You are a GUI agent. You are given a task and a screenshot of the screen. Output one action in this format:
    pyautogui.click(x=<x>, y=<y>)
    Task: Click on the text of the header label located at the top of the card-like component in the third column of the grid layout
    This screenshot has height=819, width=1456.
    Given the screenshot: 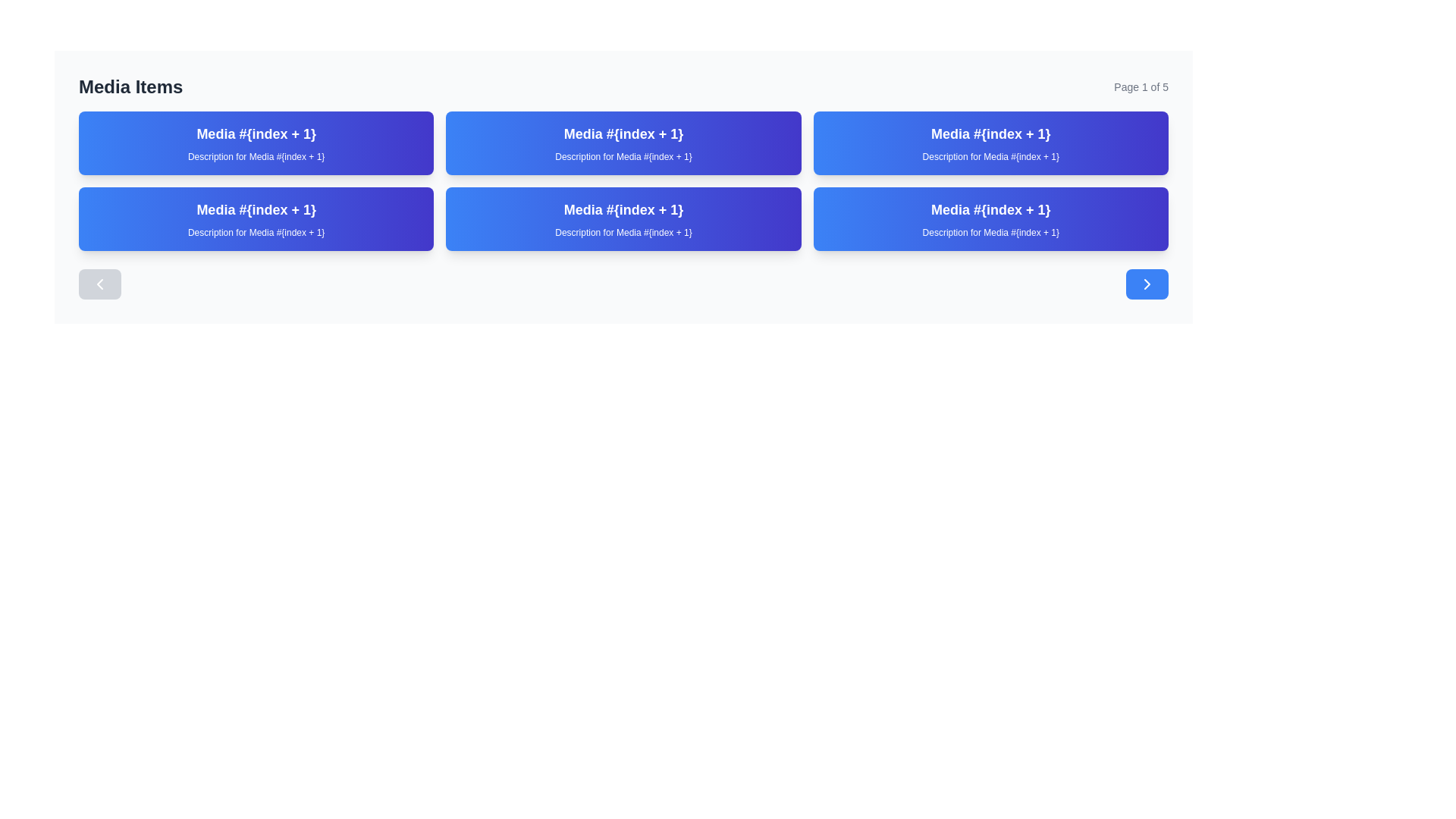 What is the action you would take?
    pyautogui.click(x=990, y=133)
    